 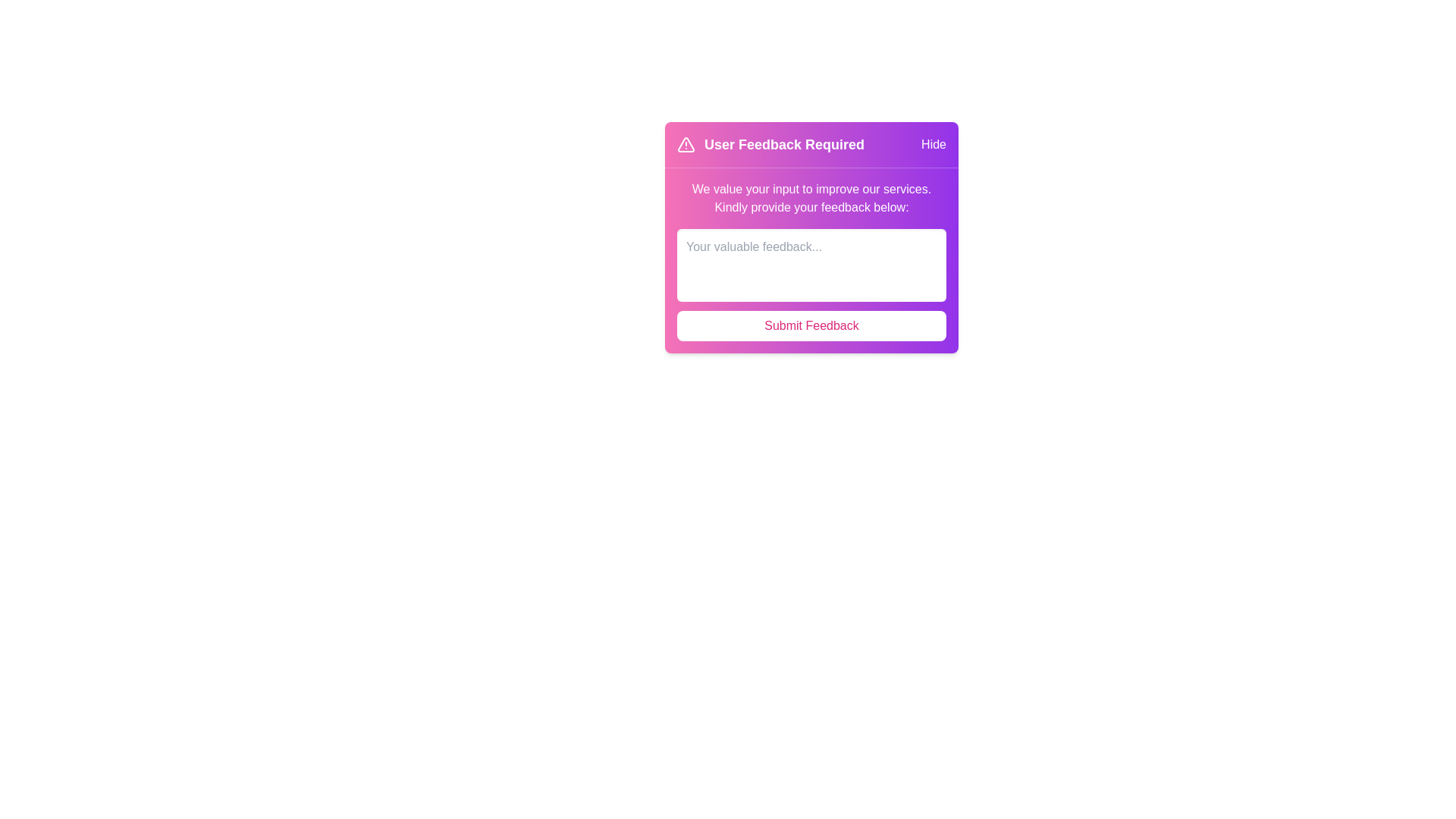 I want to click on the feedback text area and type the text 'Your valuable feedback', so click(x=811, y=265).